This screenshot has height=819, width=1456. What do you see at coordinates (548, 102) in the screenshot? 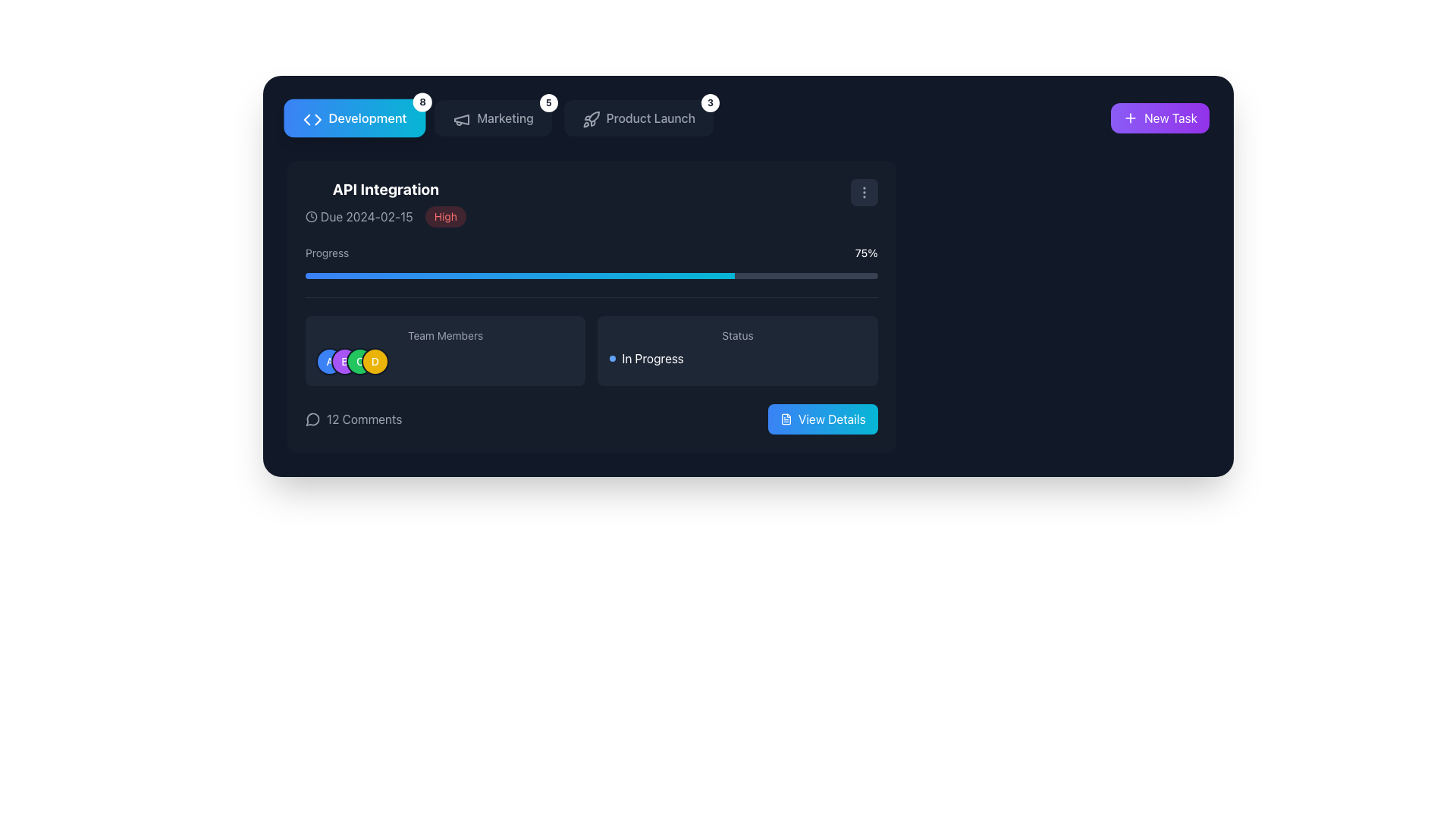
I see `the Notification badge element` at bounding box center [548, 102].